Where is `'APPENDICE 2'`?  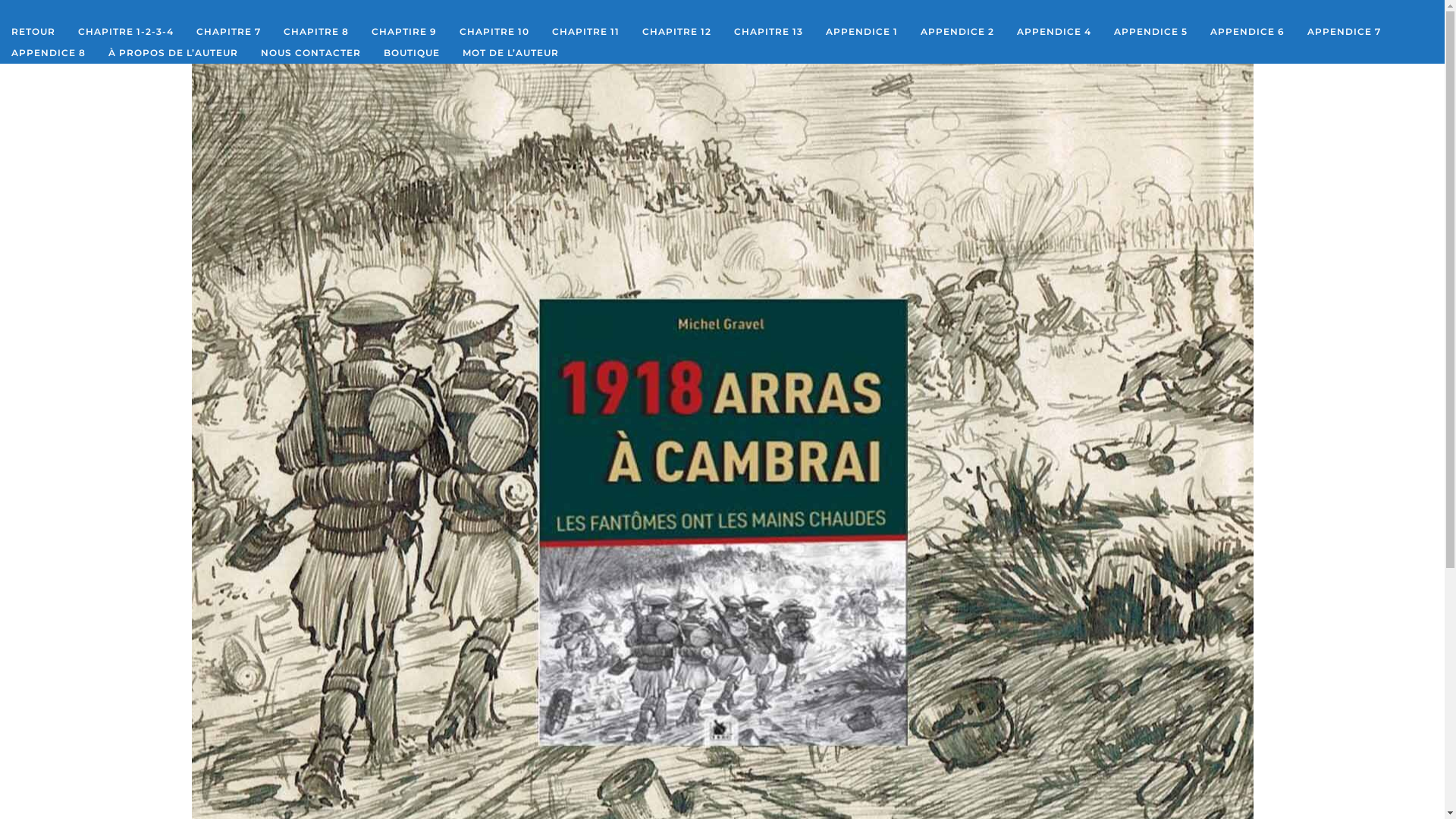
'APPENDICE 2' is located at coordinates (956, 32).